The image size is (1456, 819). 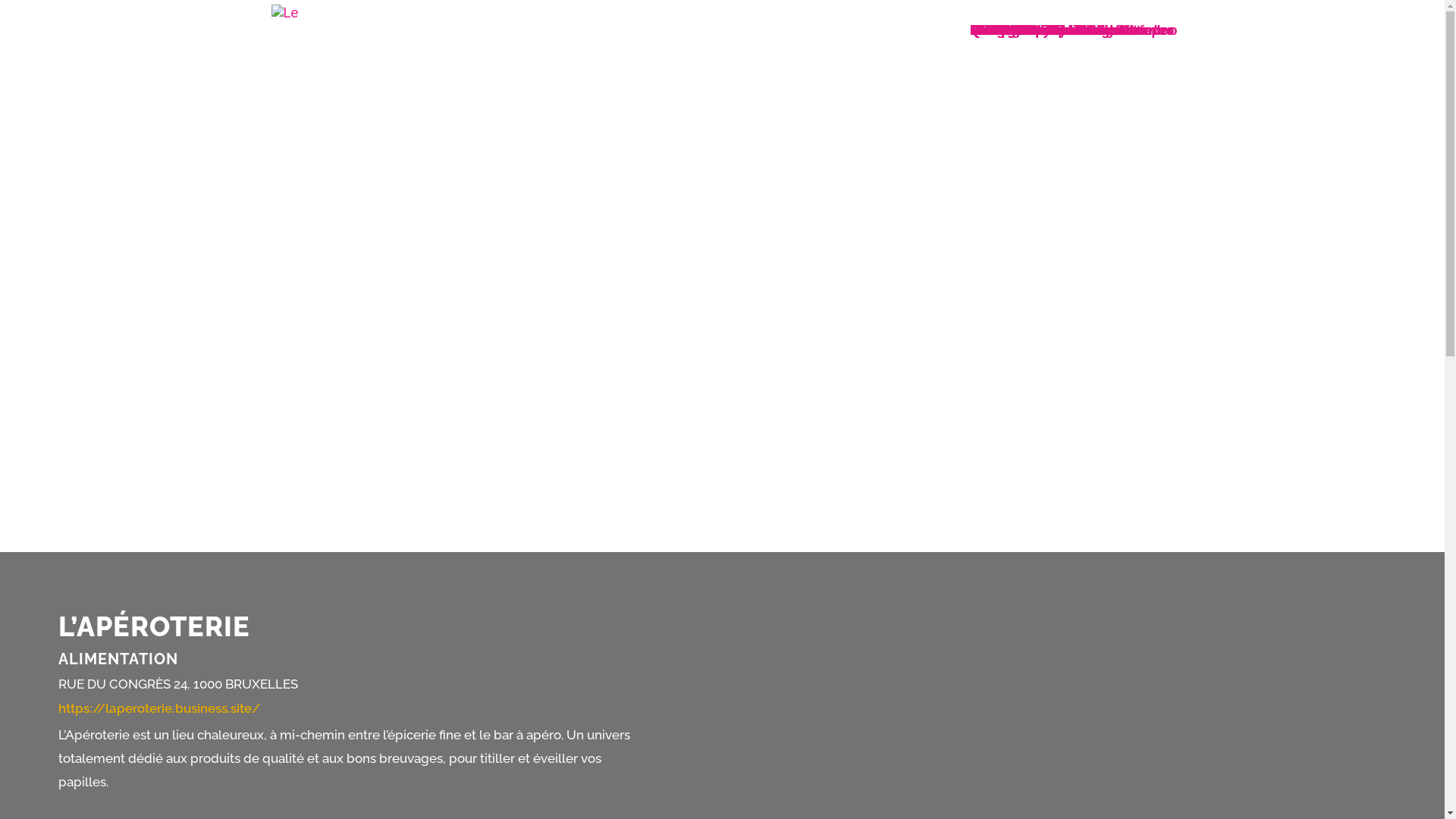 What do you see at coordinates (1005, 30) in the screenshot?
I see `'La Cambre'` at bounding box center [1005, 30].